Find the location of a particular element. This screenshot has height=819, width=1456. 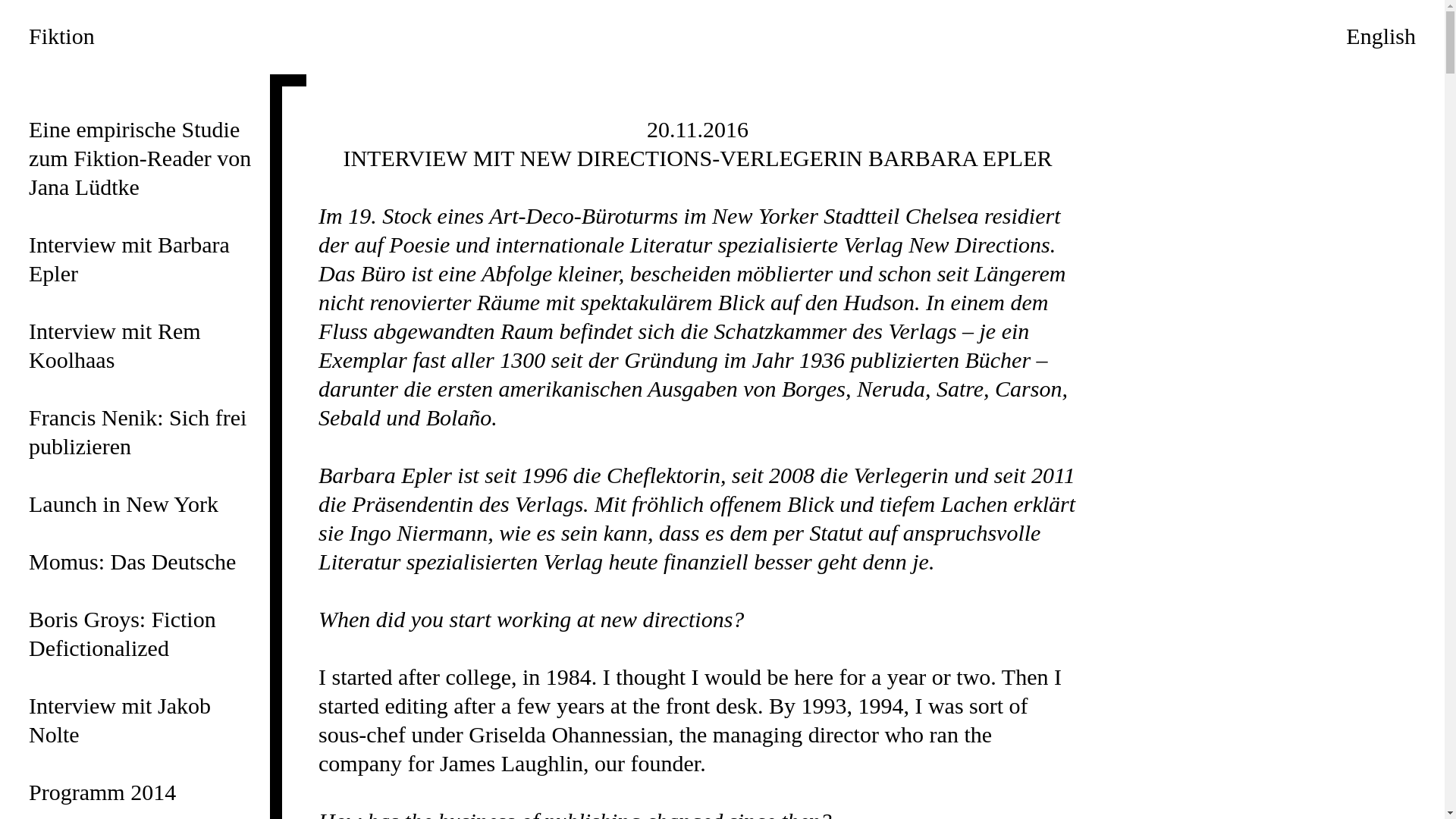

'English' is located at coordinates (1380, 35).